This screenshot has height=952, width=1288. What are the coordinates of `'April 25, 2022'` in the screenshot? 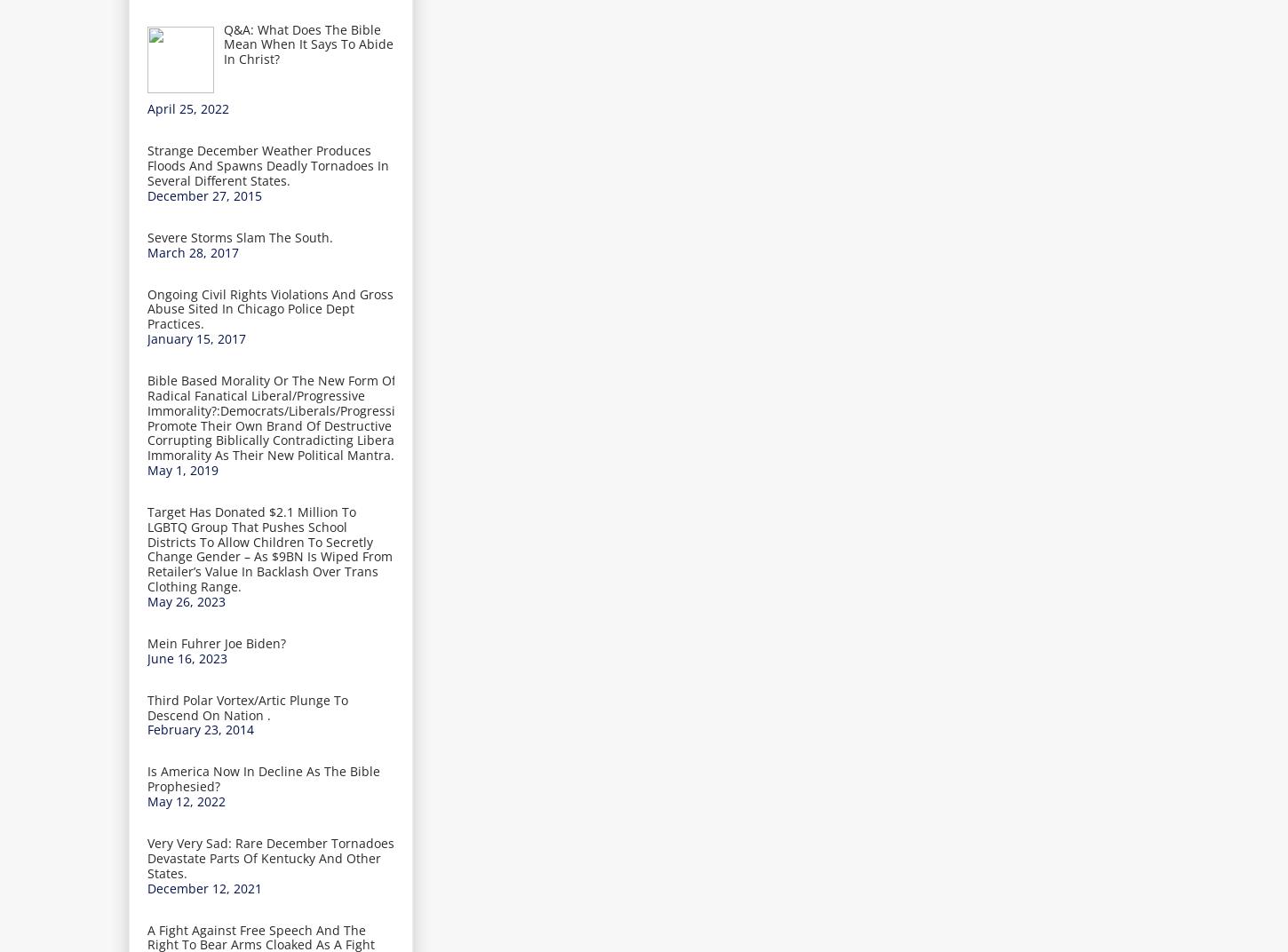 It's located at (187, 108).